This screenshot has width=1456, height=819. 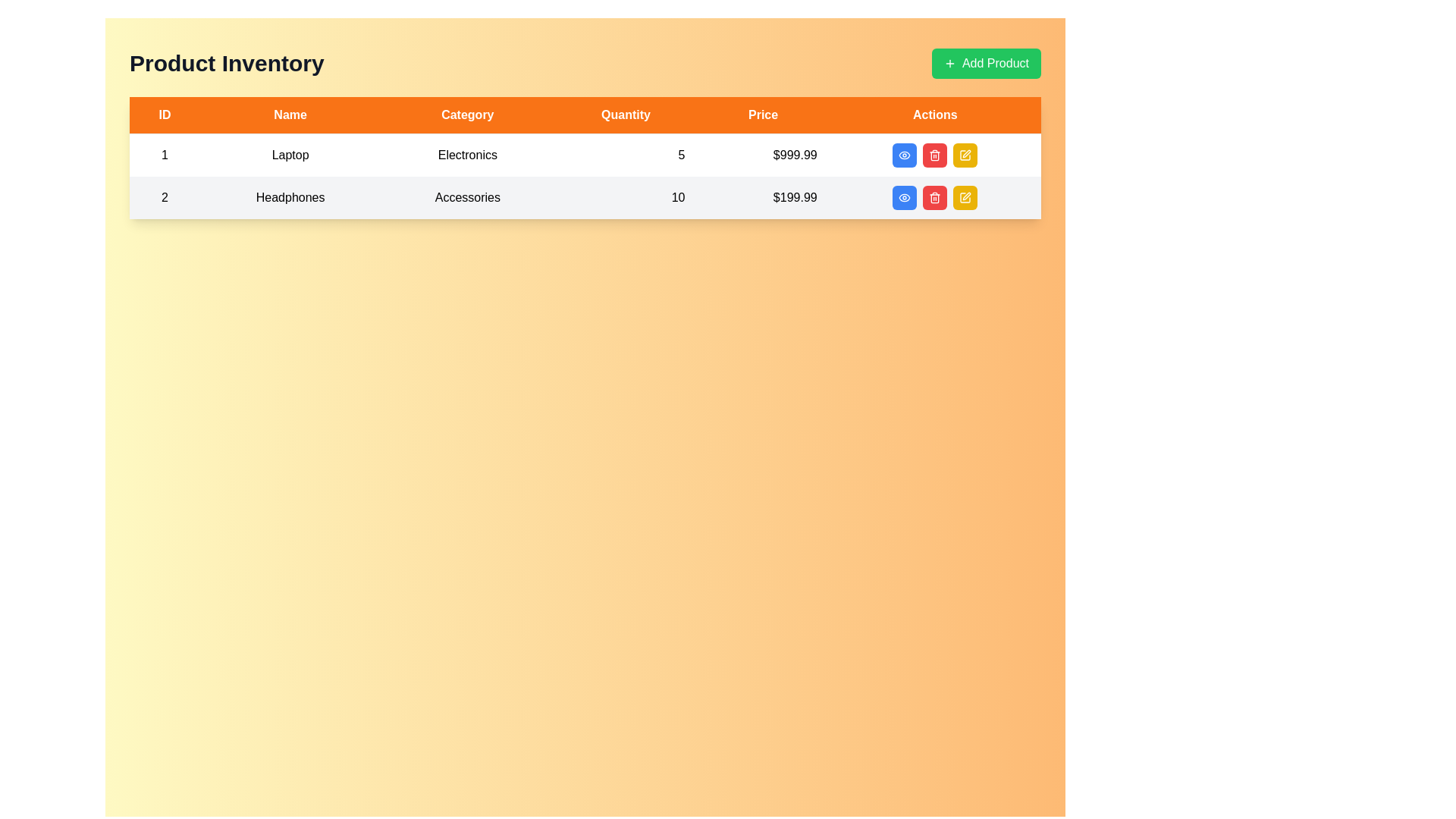 I want to click on the delete button located in the rightmost column of the actions section of the second row in the table, so click(x=934, y=197).